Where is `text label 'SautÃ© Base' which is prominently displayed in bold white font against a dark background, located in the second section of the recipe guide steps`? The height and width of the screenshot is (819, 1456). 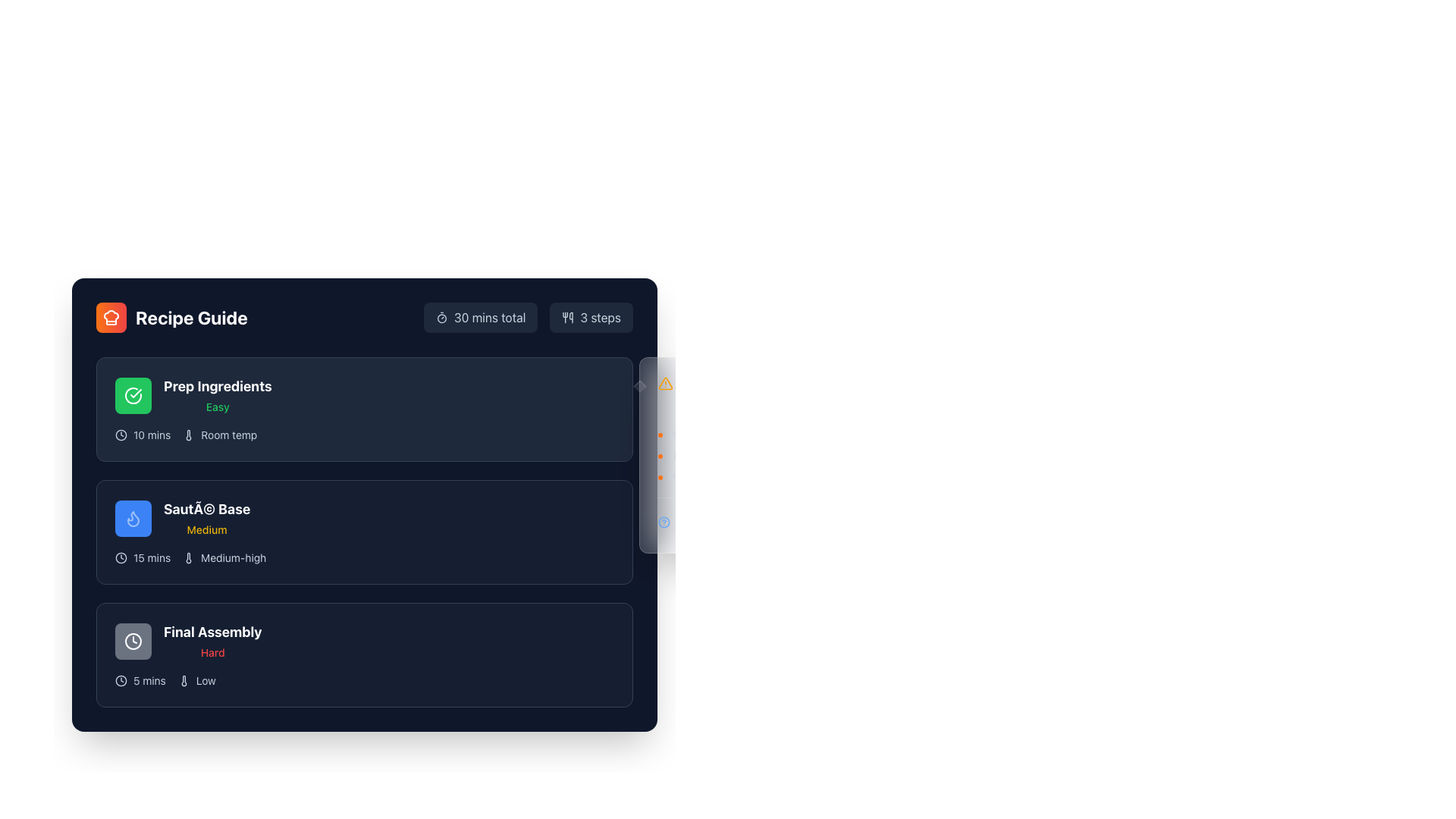
text label 'SautÃ© Base' which is prominently displayed in bold white font against a dark background, located in the second section of the recipe guide steps is located at coordinates (206, 509).